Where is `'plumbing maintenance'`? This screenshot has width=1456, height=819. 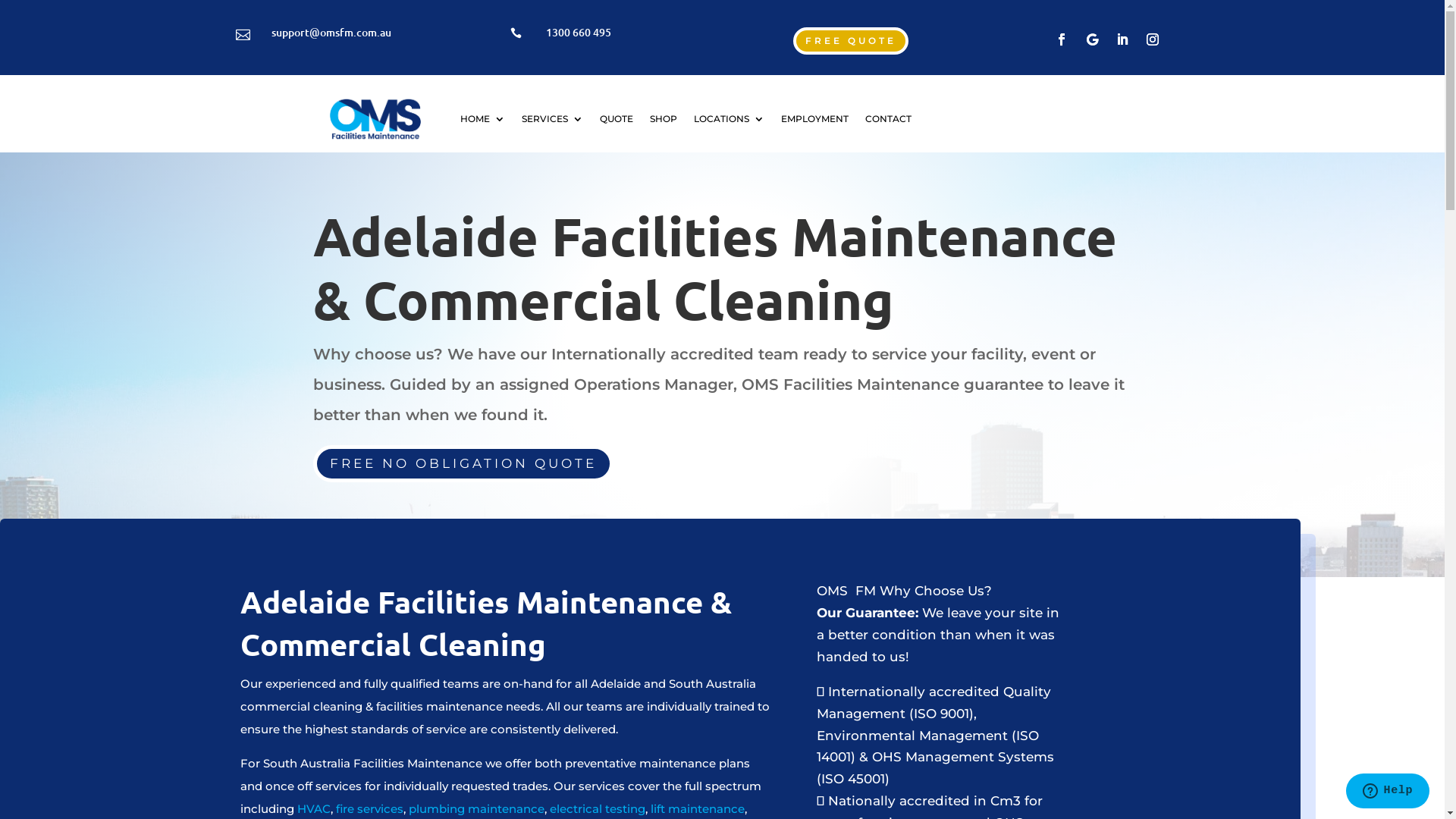
'plumbing maintenance' is located at coordinates (405, 808).